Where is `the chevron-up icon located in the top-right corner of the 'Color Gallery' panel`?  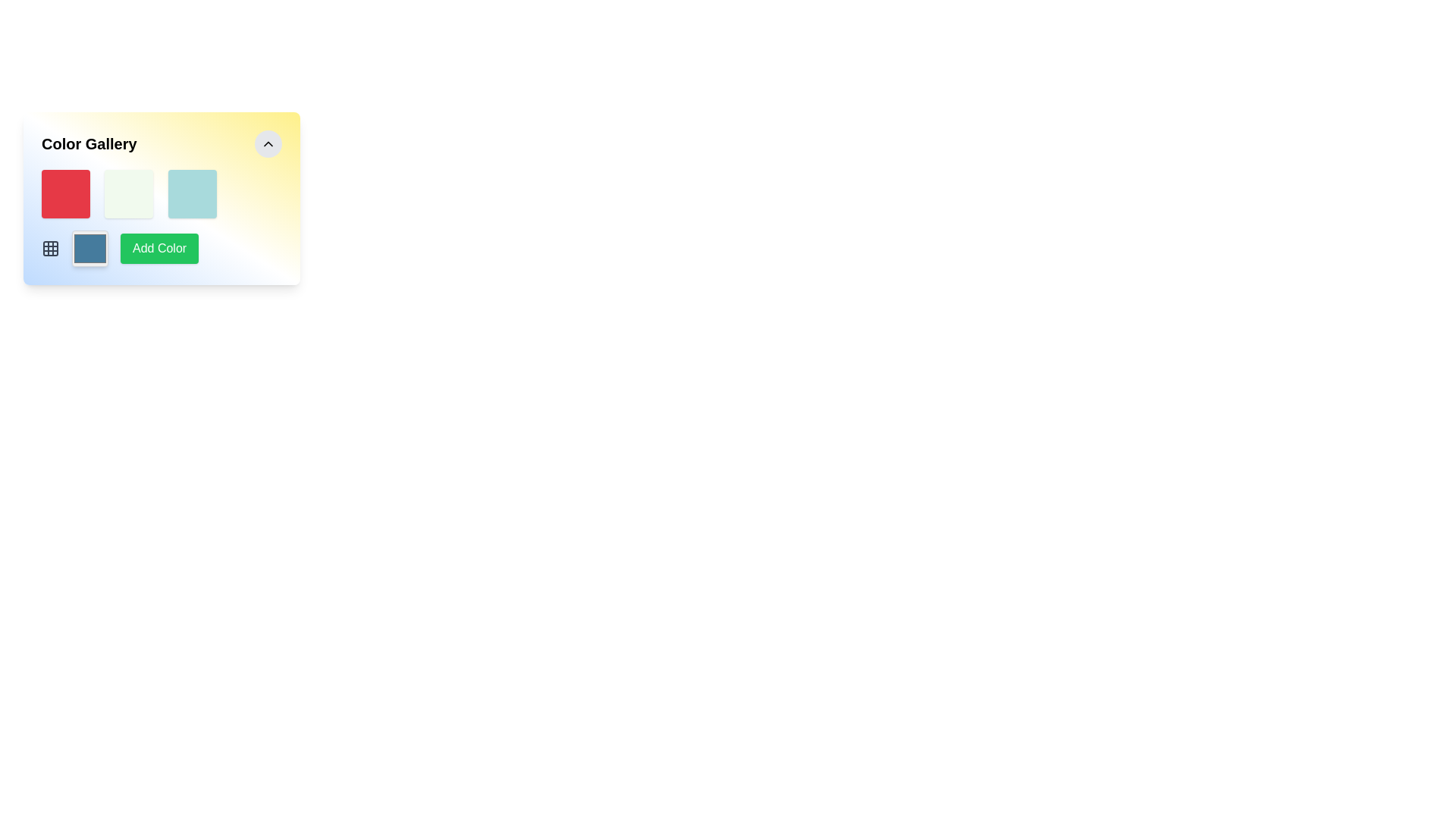 the chevron-up icon located in the top-right corner of the 'Color Gallery' panel is located at coordinates (268, 143).